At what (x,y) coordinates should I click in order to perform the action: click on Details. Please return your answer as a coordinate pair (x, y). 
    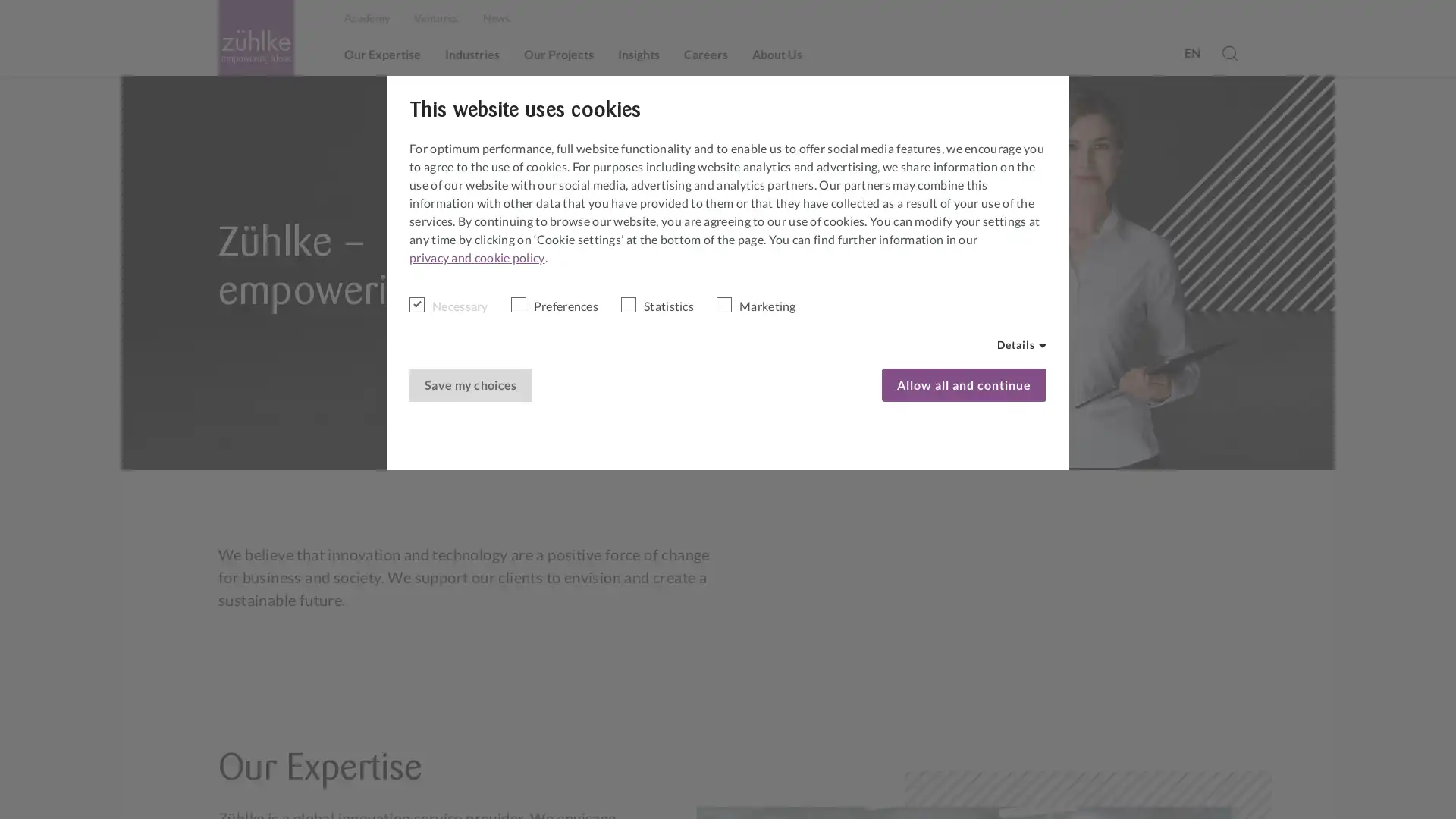
    Looking at the image, I should click on (1021, 345).